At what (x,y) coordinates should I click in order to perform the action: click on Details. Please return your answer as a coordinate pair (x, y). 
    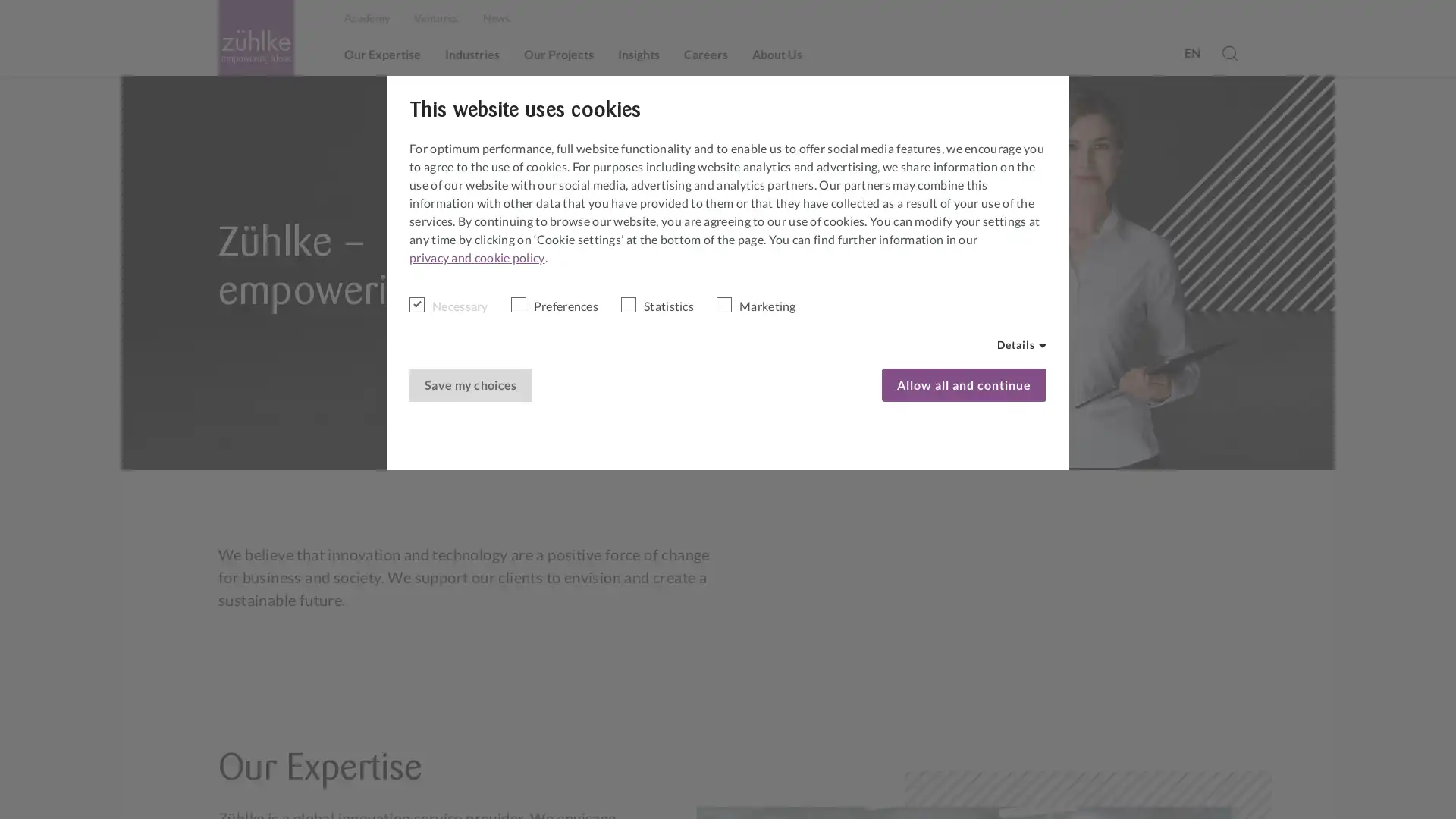
    Looking at the image, I should click on (1021, 345).